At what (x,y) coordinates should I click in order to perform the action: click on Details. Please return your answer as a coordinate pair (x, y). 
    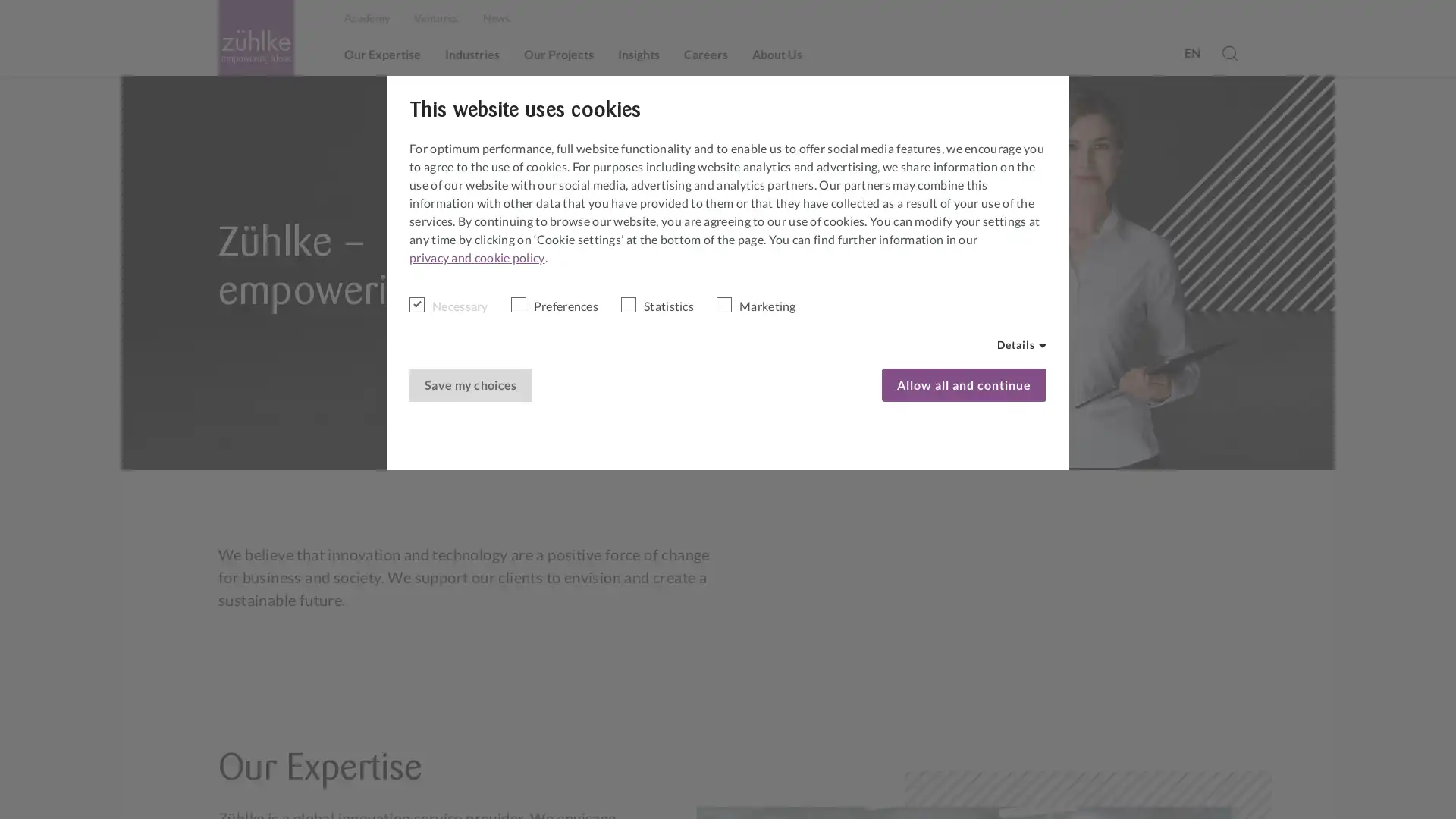
    Looking at the image, I should click on (1021, 345).